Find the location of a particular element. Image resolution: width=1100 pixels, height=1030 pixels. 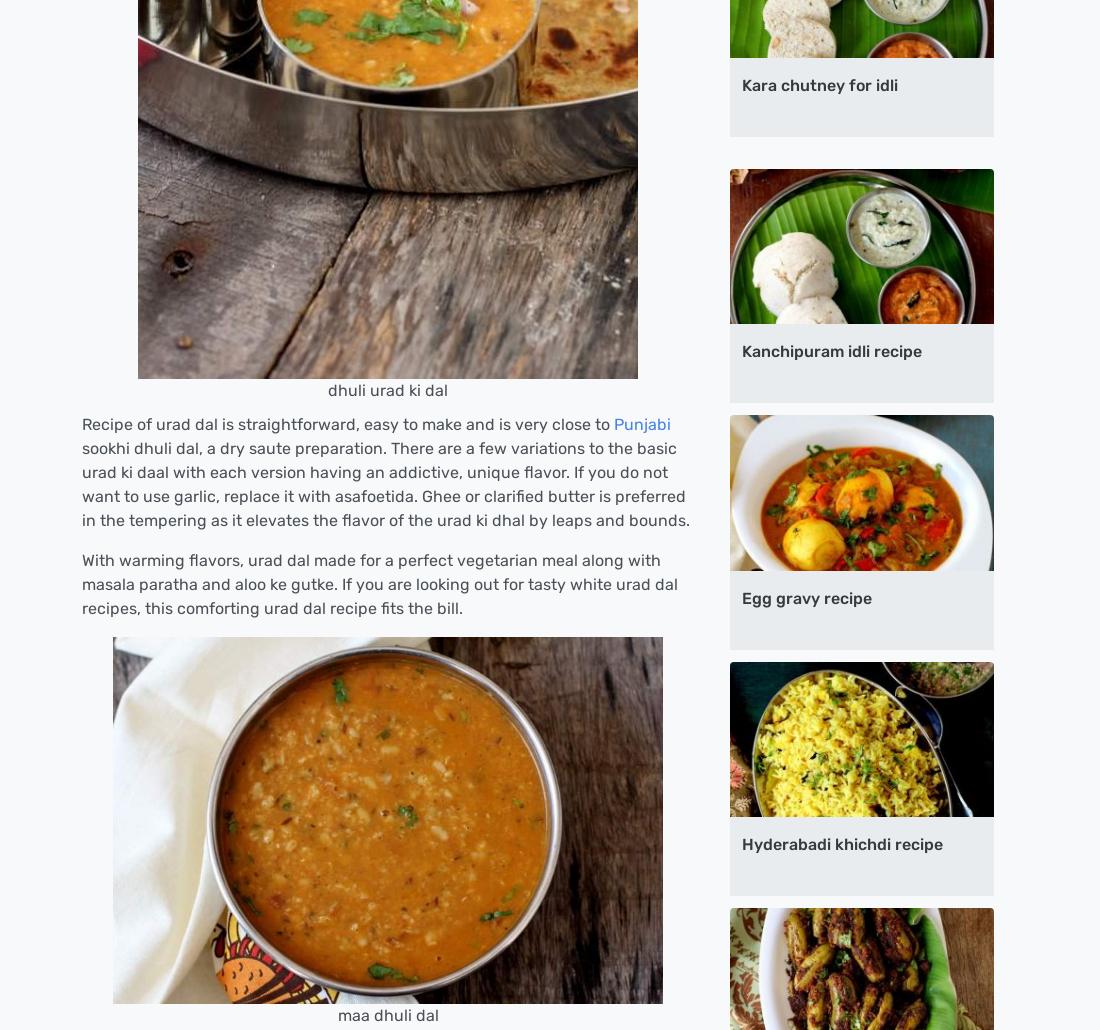

'Kanchipuram idli recipe' is located at coordinates (740, 351).